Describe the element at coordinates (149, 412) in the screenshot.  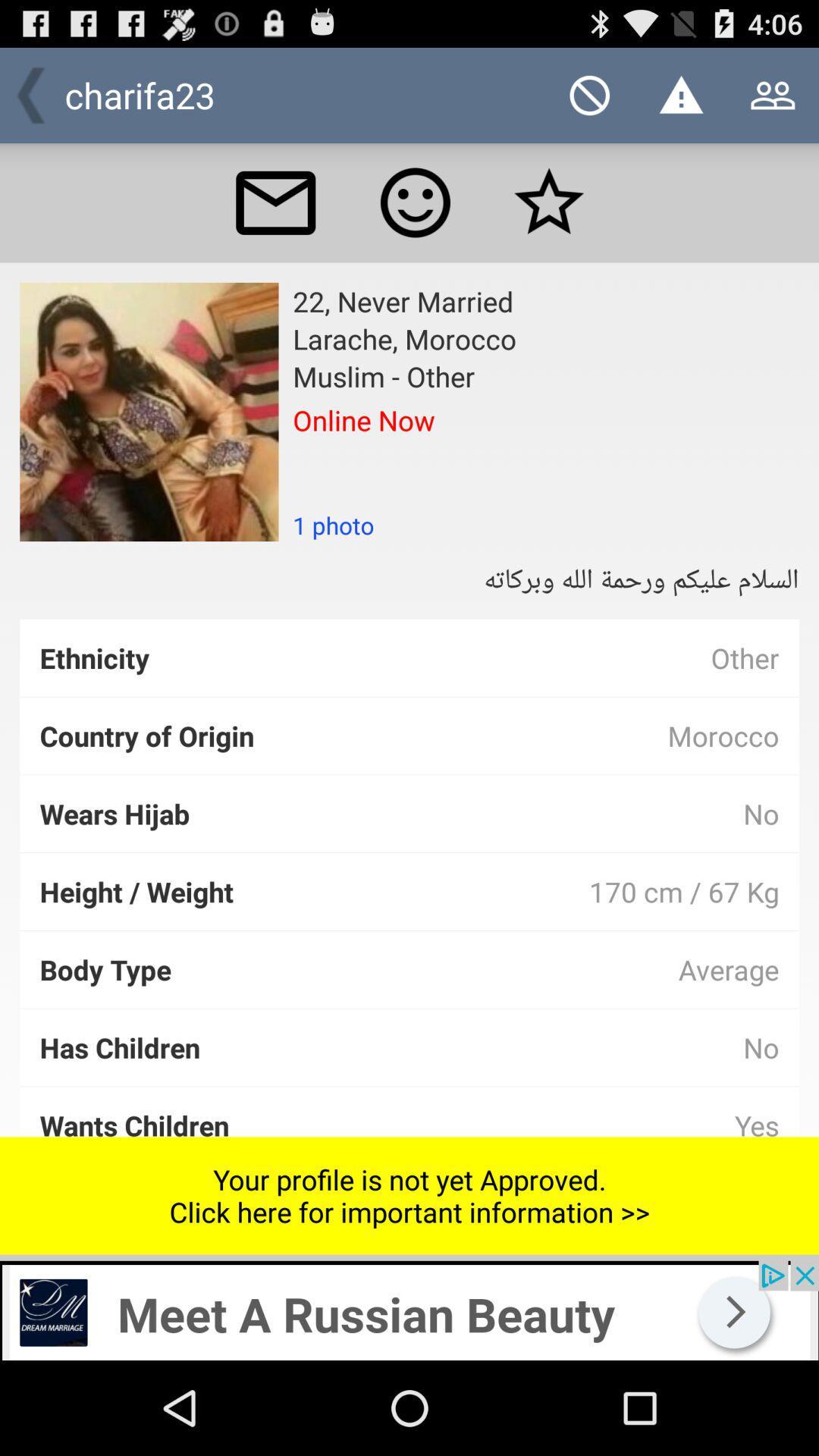
I see `profile image` at that location.